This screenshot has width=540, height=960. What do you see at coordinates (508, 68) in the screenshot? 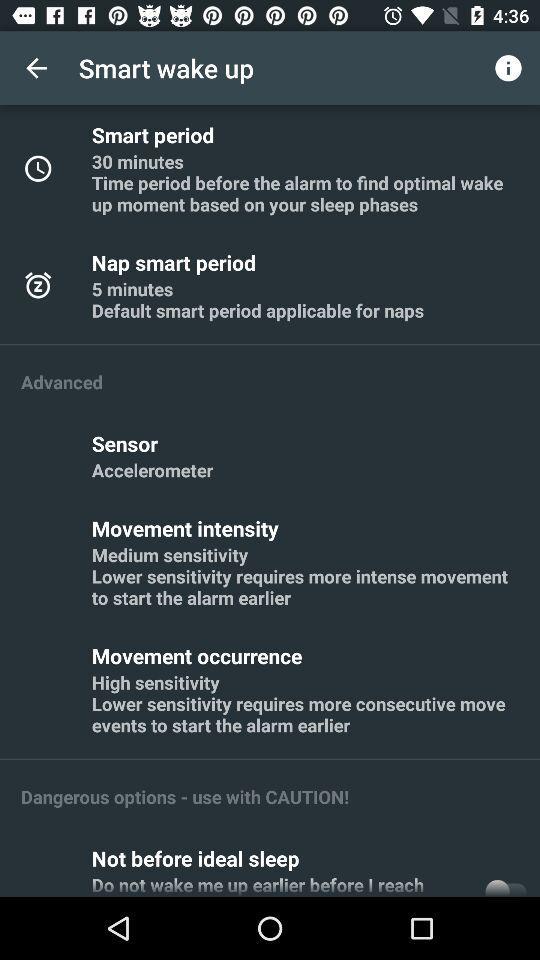
I see `the icon at the top right corner` at bounding box center [508, 68].